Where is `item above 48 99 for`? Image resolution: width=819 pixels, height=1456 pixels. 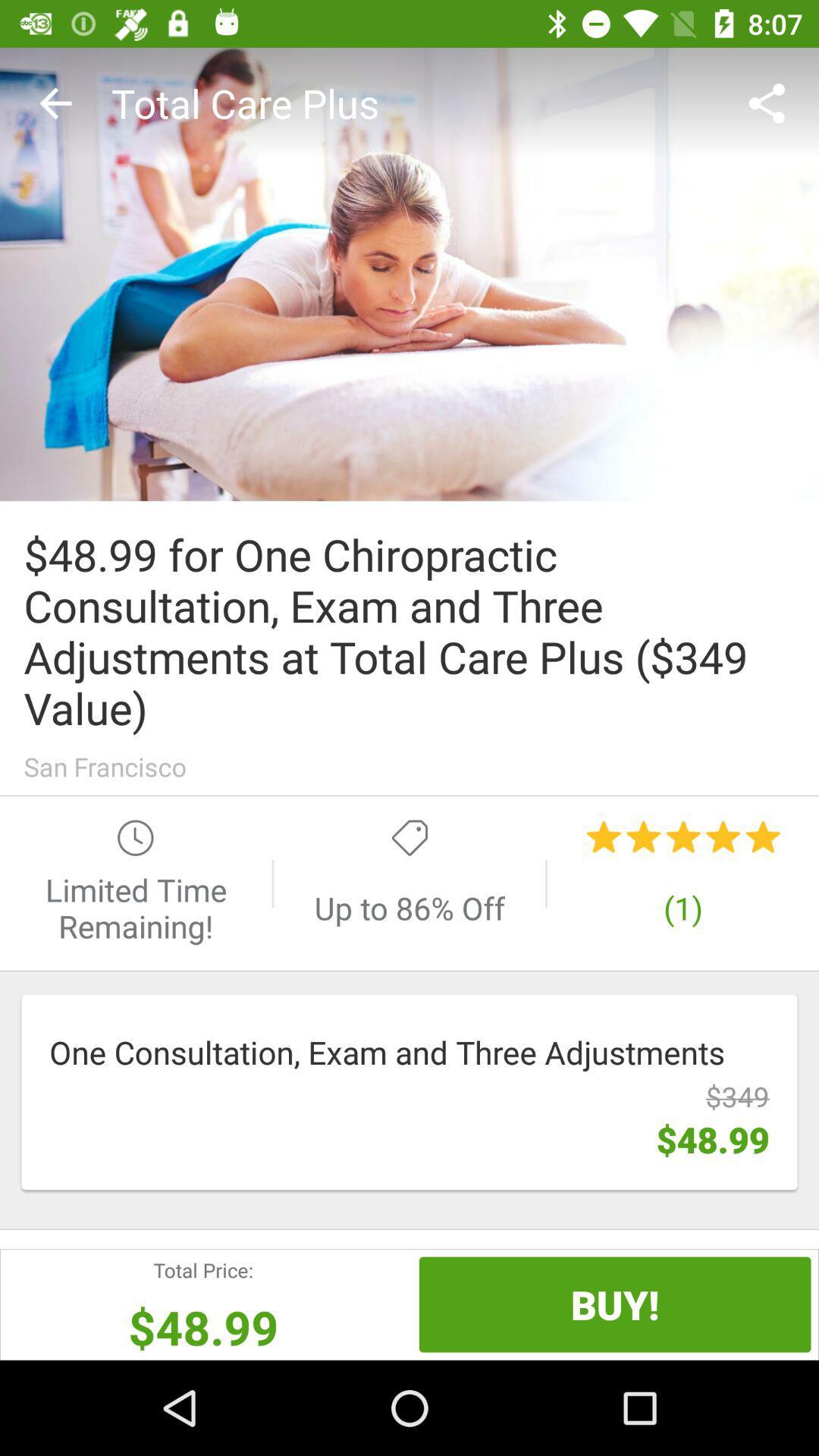 item above 48 99 for is located at coordinates (55, 102).